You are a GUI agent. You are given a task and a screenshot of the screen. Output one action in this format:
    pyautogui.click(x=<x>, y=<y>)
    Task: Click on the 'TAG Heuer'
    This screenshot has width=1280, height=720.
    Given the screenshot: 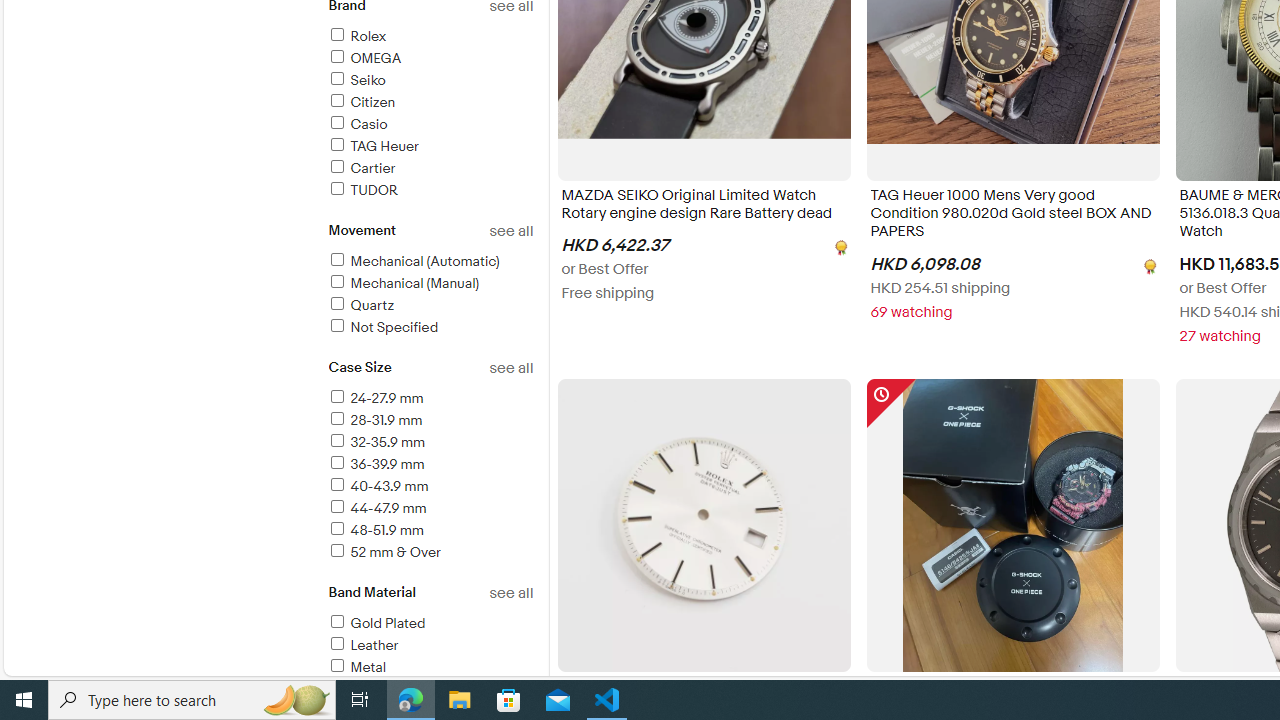 What is the action you would take?
    pyautogui.click(x=429, y=146)
    